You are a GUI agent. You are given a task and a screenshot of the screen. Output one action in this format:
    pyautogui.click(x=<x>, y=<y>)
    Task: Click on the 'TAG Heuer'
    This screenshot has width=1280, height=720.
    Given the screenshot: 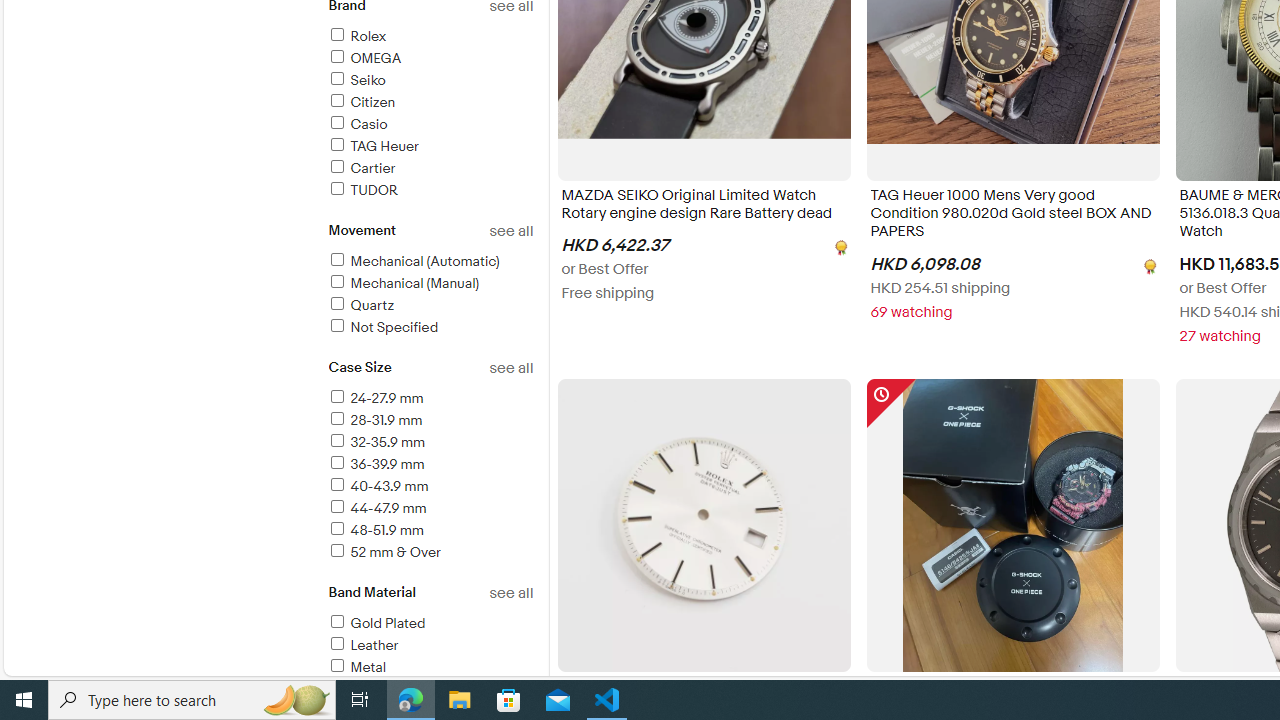 What is the action you would take?
    pyautogui.click(x=429, y=146)
    